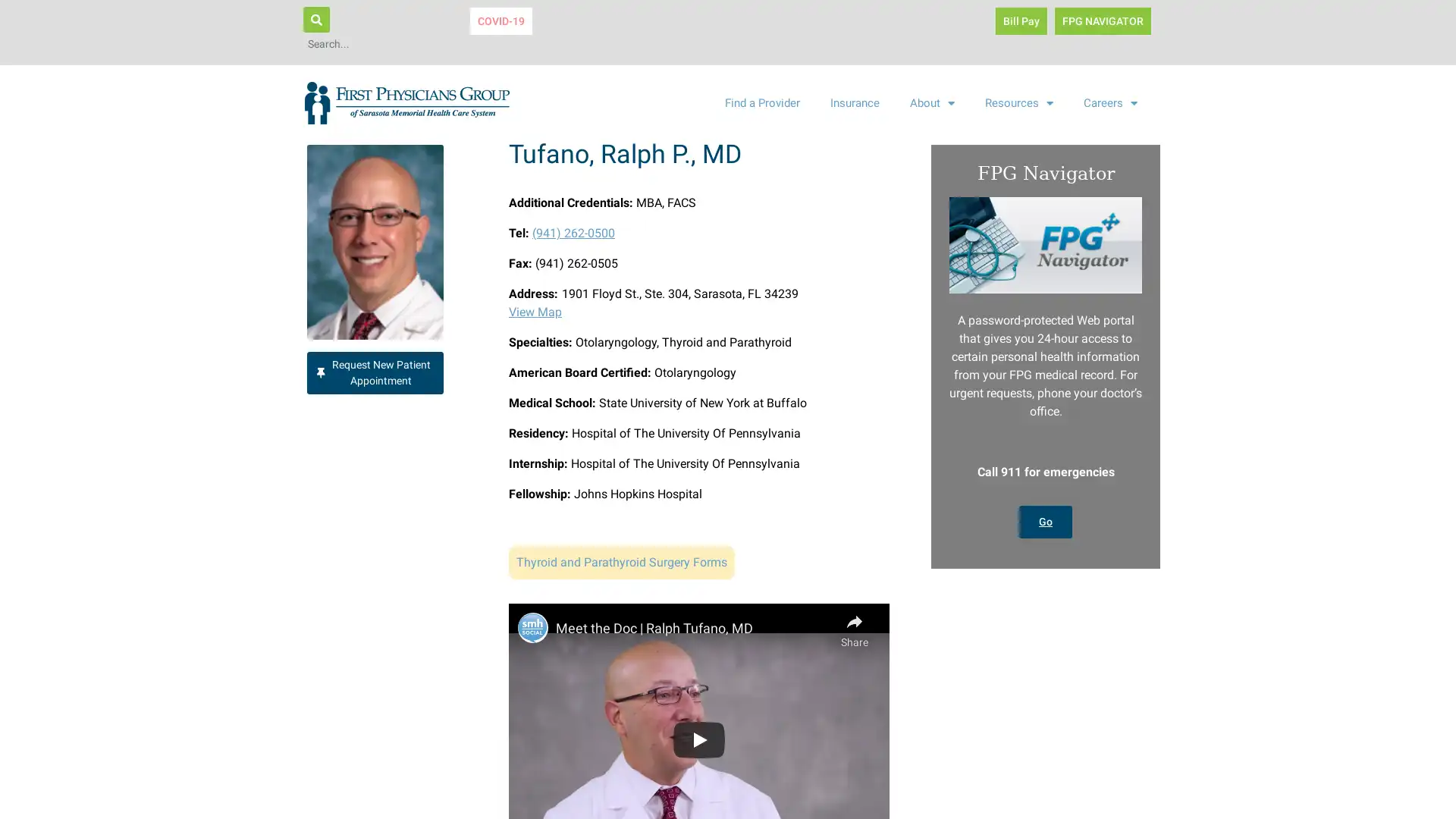  Describe the element at coordinates (1020, 20) in the screenshot. I see `Bill Pay` at that location.